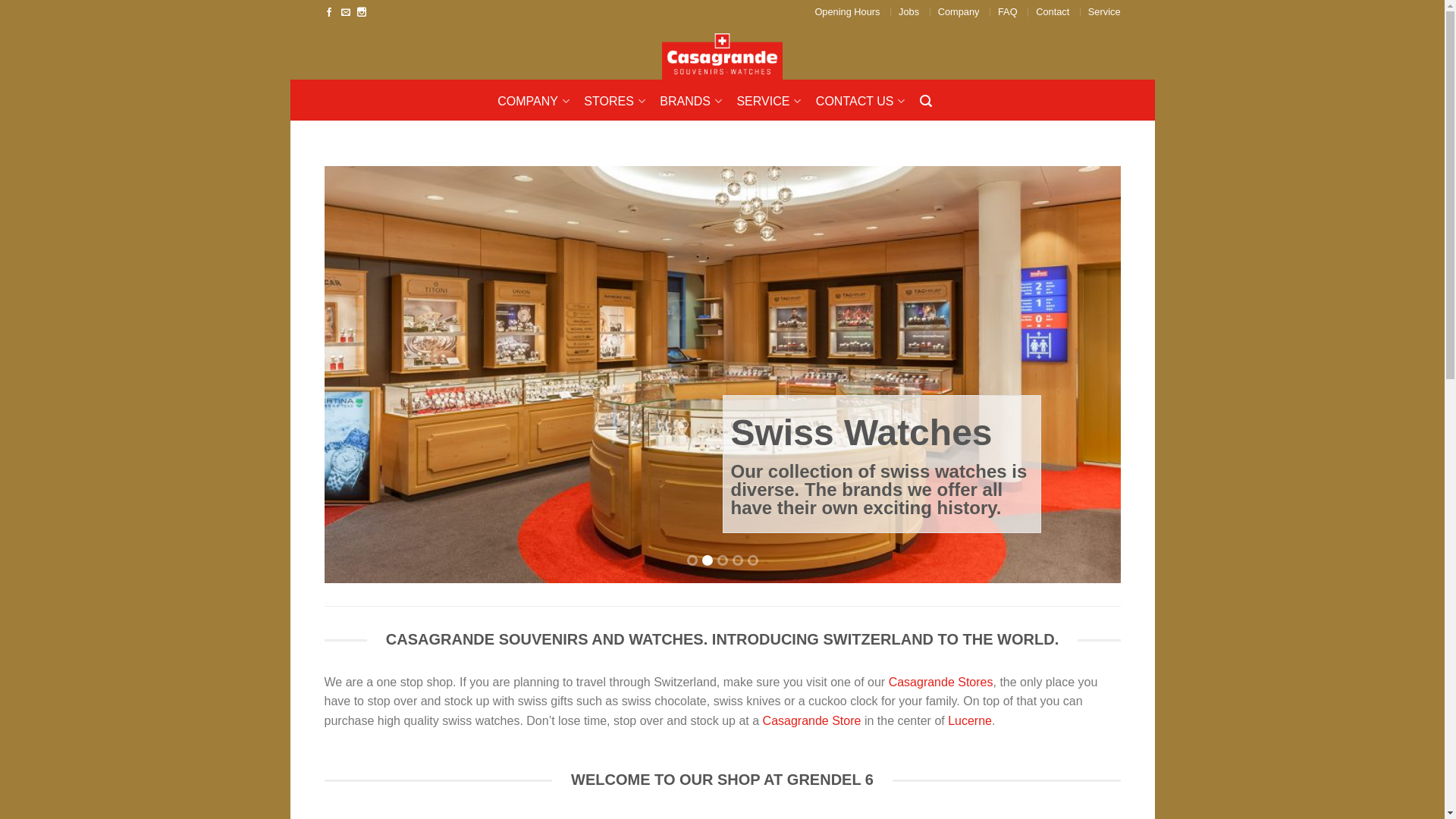 The width and height of the screenshot is (1456, 819). Describe the element at coordinates (940, 681) in the screenshot. I see `'Casagrande Stores'` at that location.